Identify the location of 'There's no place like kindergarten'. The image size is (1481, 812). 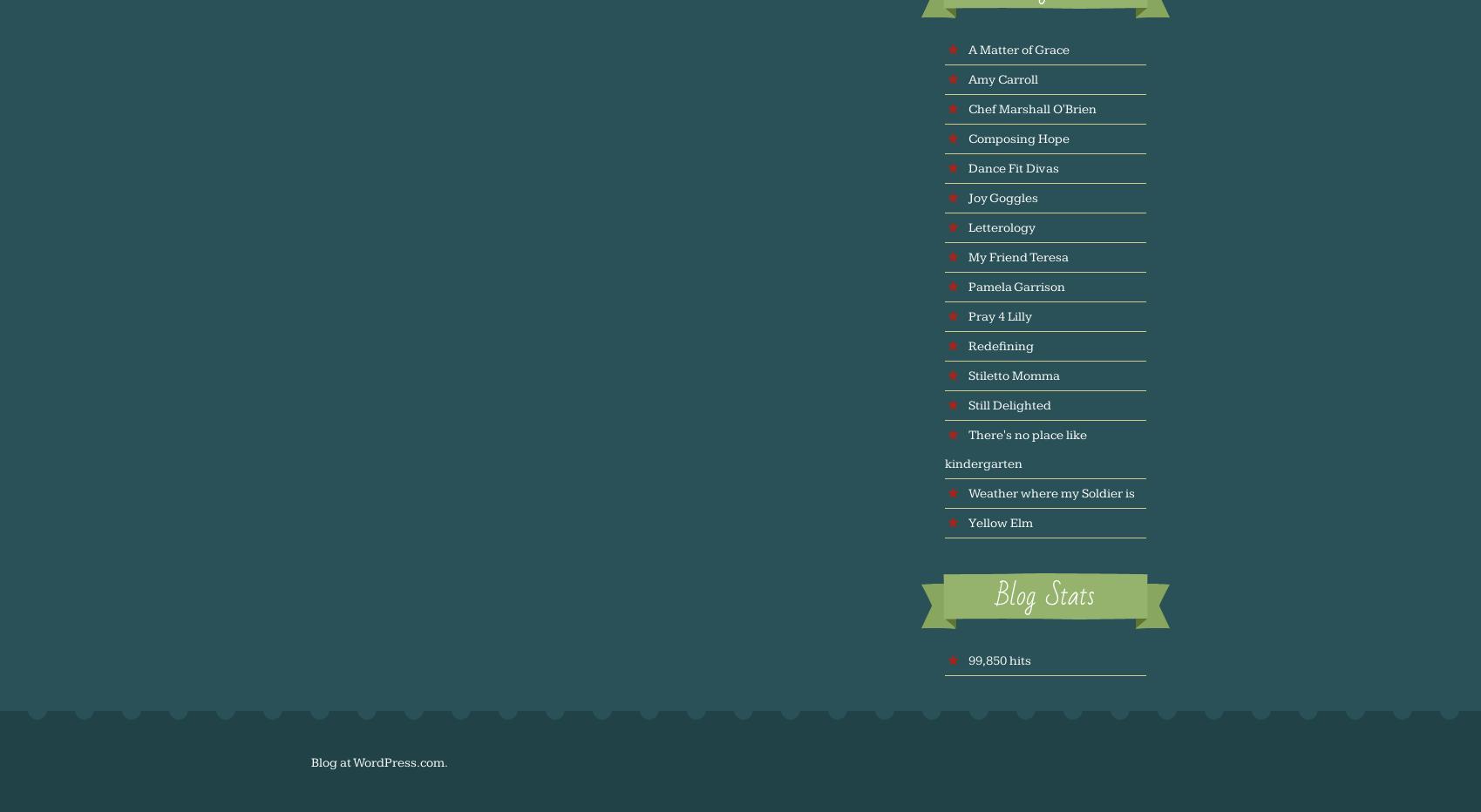
(1016, 448).